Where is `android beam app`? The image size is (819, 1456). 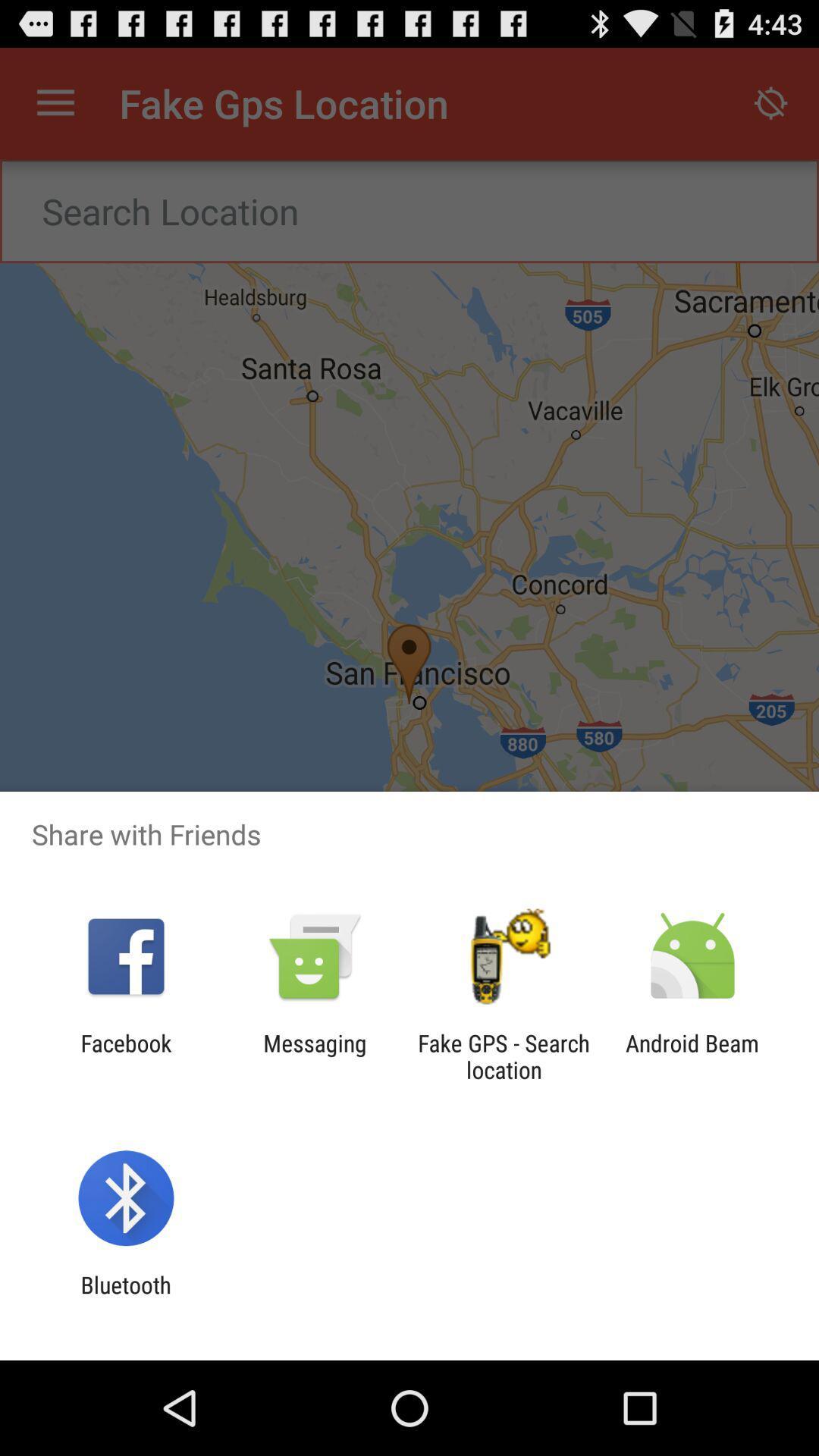 android beam app is located at coordinates (692, 1056).